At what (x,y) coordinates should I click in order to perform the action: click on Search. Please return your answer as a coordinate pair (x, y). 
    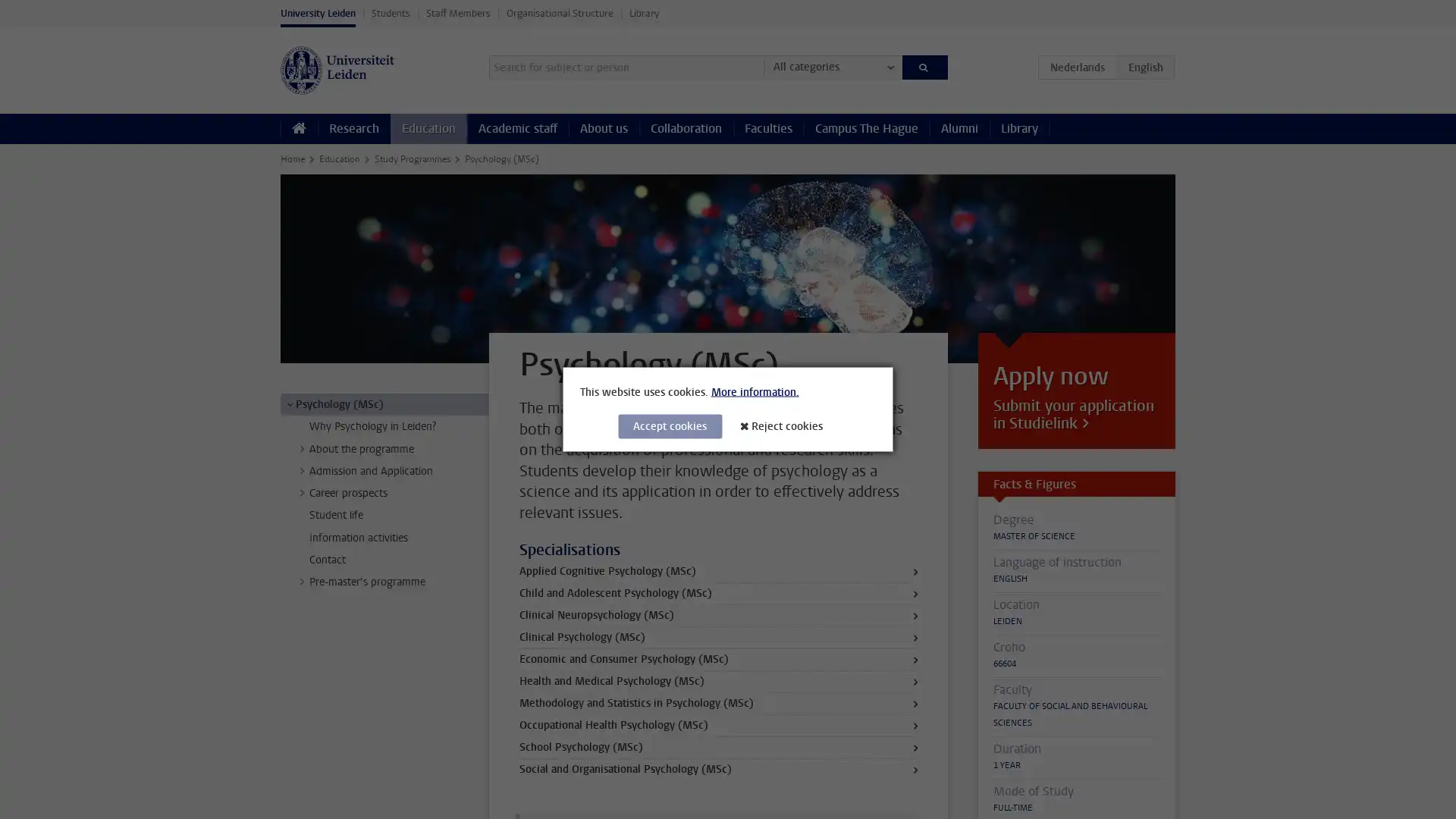
    Looking at the image, I should click on (924, 66).